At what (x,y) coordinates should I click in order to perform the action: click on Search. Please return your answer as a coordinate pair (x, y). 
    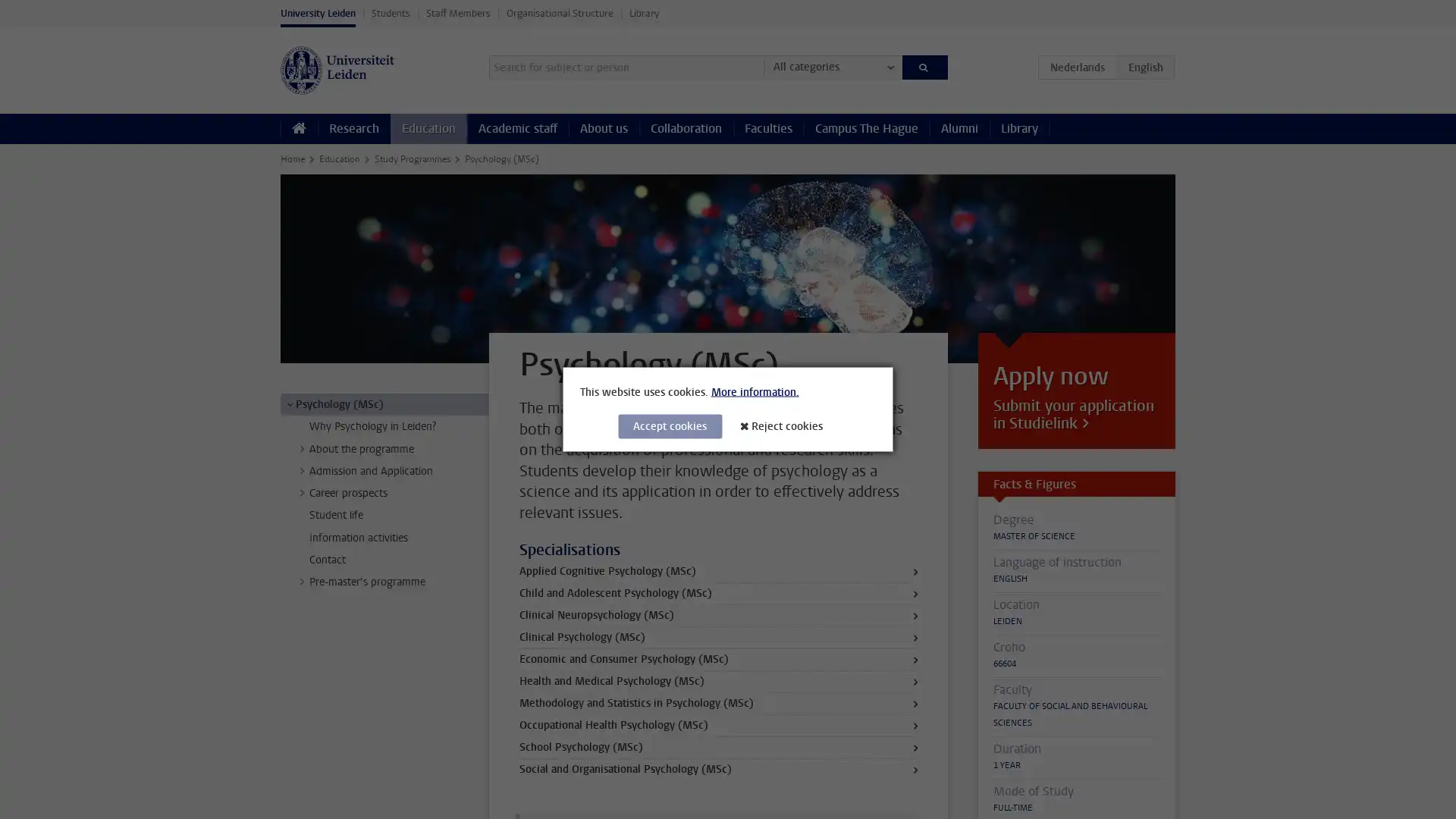
    Looking at the image, I should click on (924, 66).